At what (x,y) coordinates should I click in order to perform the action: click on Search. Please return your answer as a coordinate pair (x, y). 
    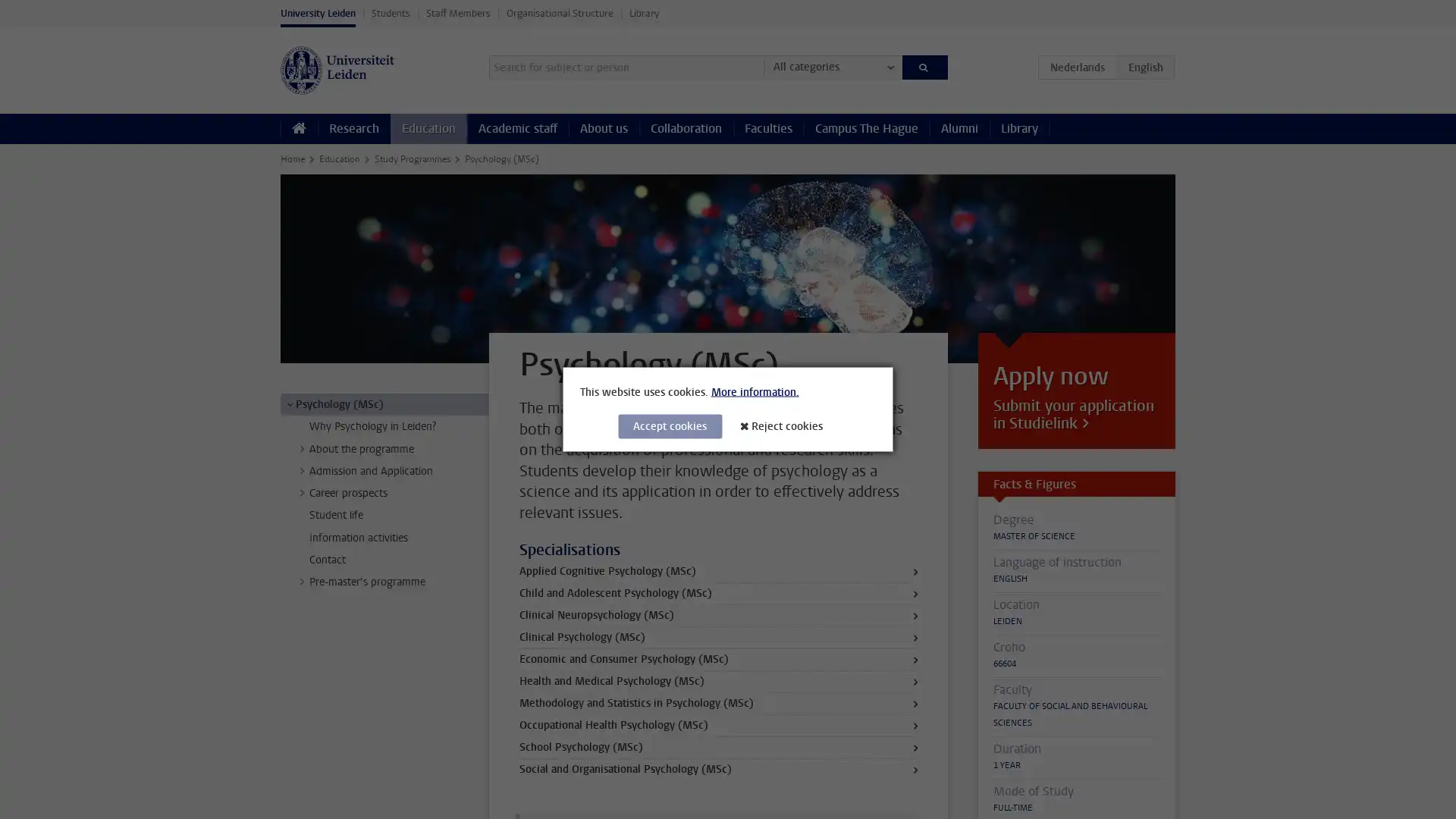
    Looking at the image, I should click on (924, 66).